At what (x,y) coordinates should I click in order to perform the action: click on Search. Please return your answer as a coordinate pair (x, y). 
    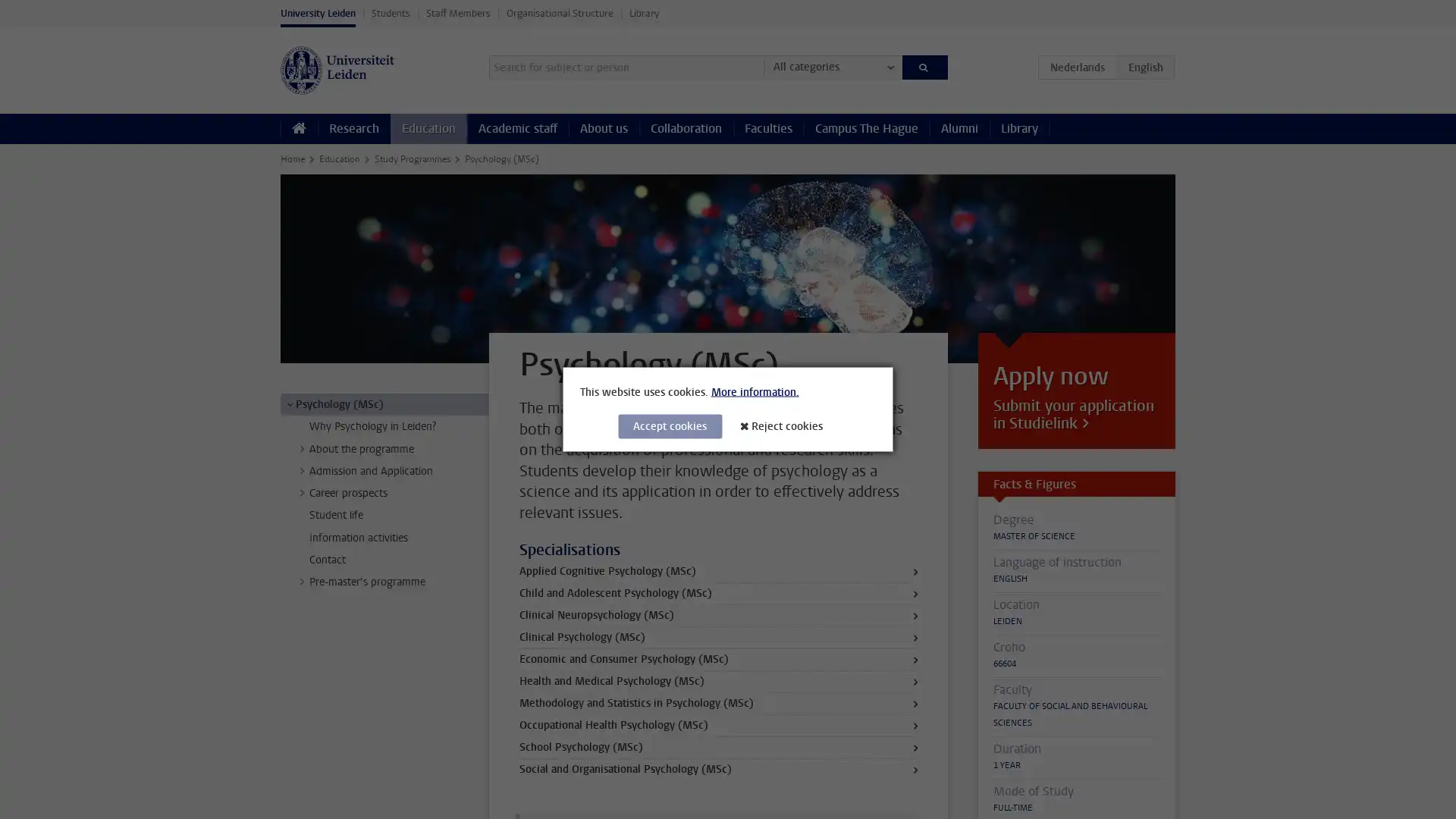
    Looking at the image, I should click on (924, 66).